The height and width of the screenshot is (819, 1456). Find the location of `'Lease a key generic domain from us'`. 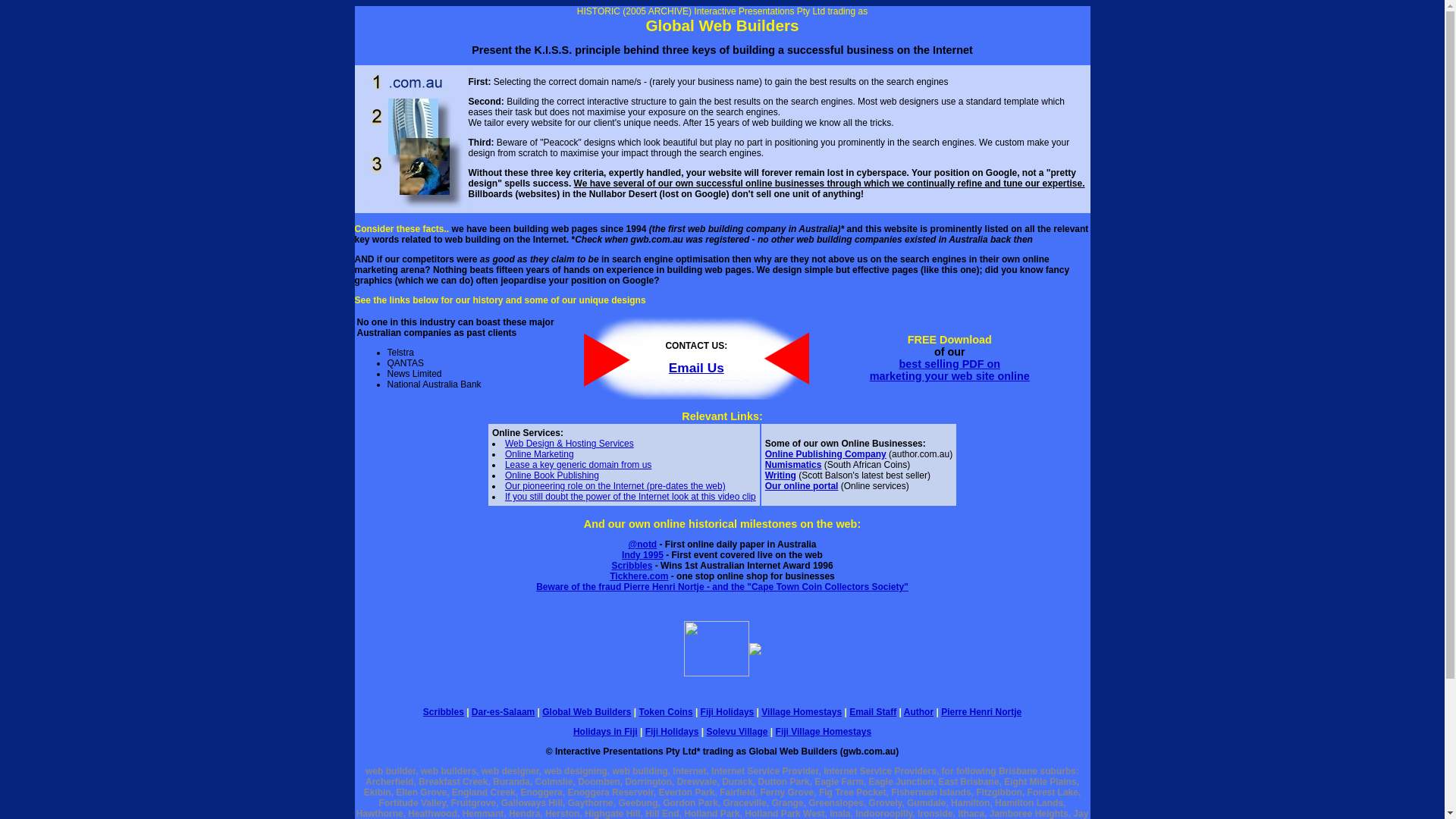

'Lease a key generic domain from us' is located at coordinates (577, 464).